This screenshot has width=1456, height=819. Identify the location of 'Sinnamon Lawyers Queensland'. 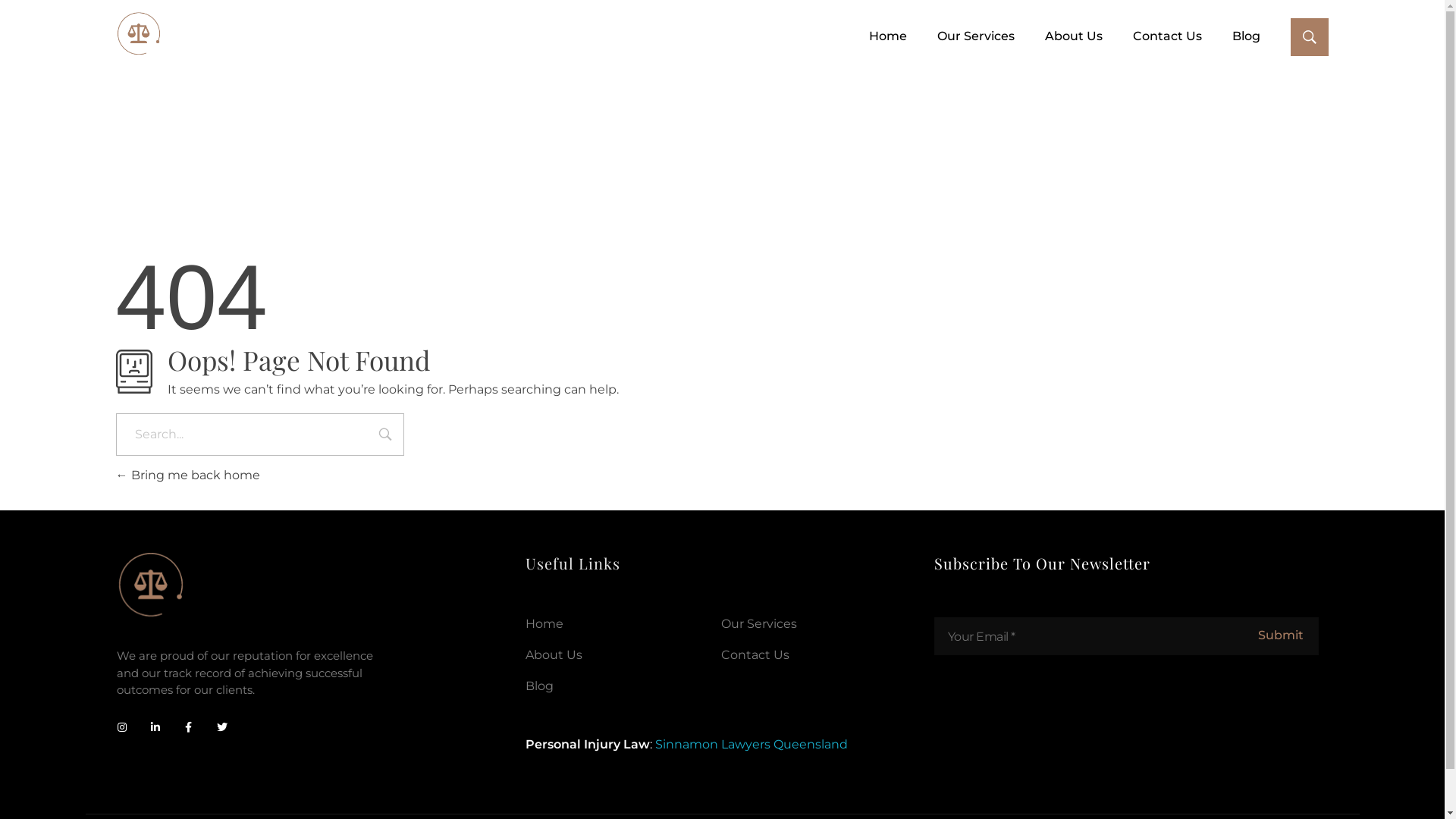
(751, 743).